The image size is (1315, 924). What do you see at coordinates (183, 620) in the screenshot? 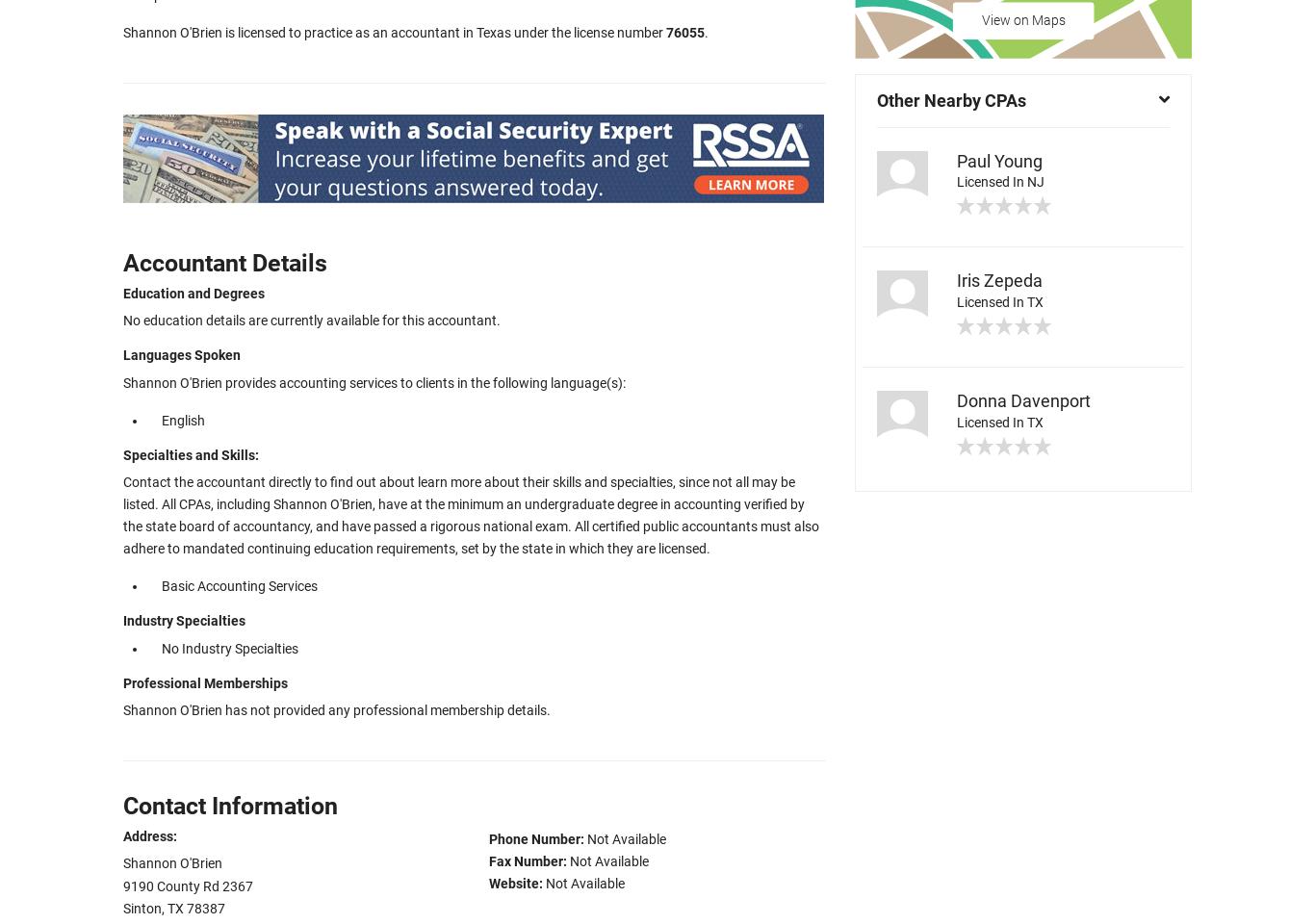
I see `'Industry Specialties'` at bounding box center [183, 620].